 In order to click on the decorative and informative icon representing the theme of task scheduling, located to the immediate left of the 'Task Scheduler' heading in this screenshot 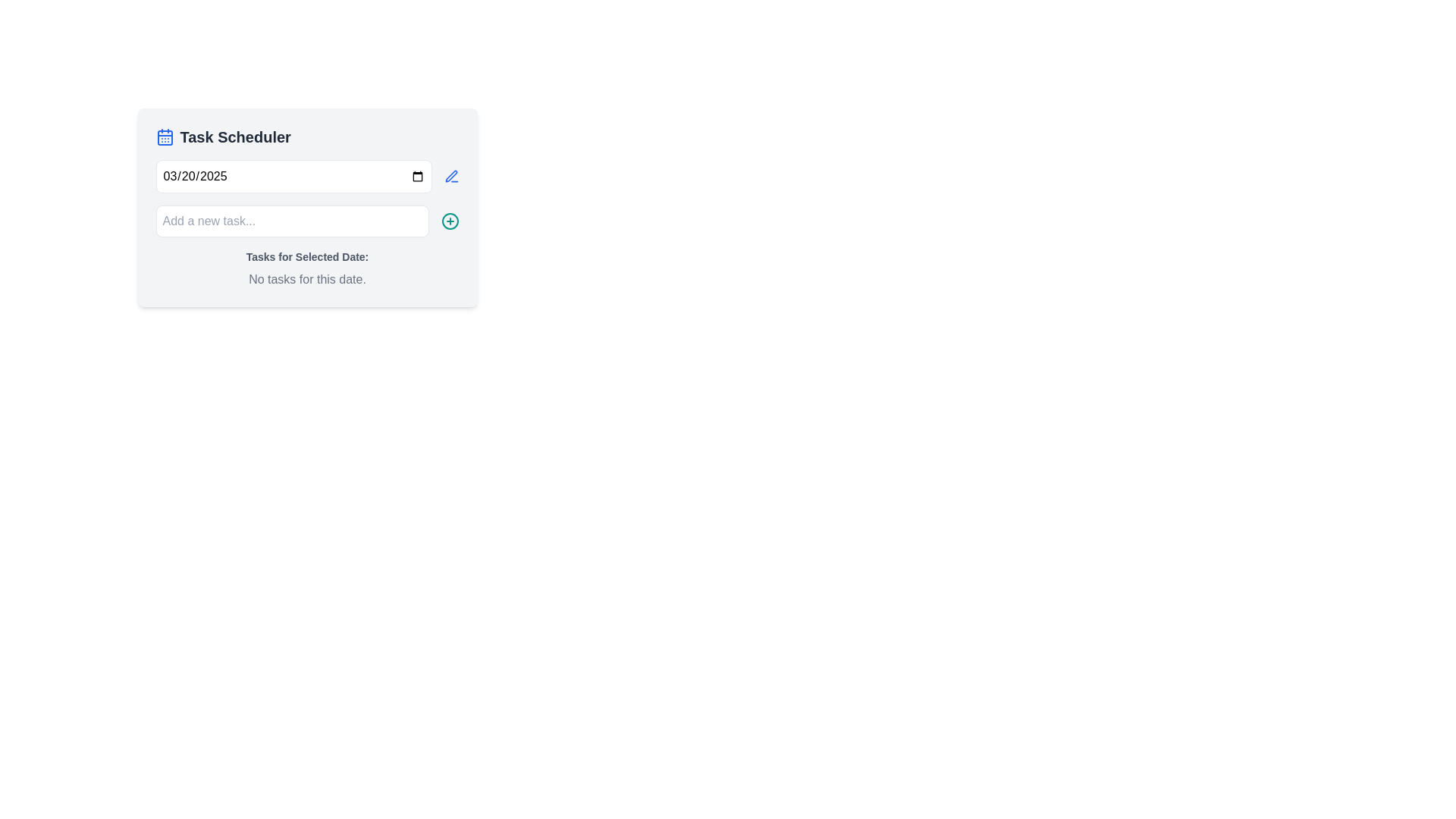, I will do `click(165, 137)`.